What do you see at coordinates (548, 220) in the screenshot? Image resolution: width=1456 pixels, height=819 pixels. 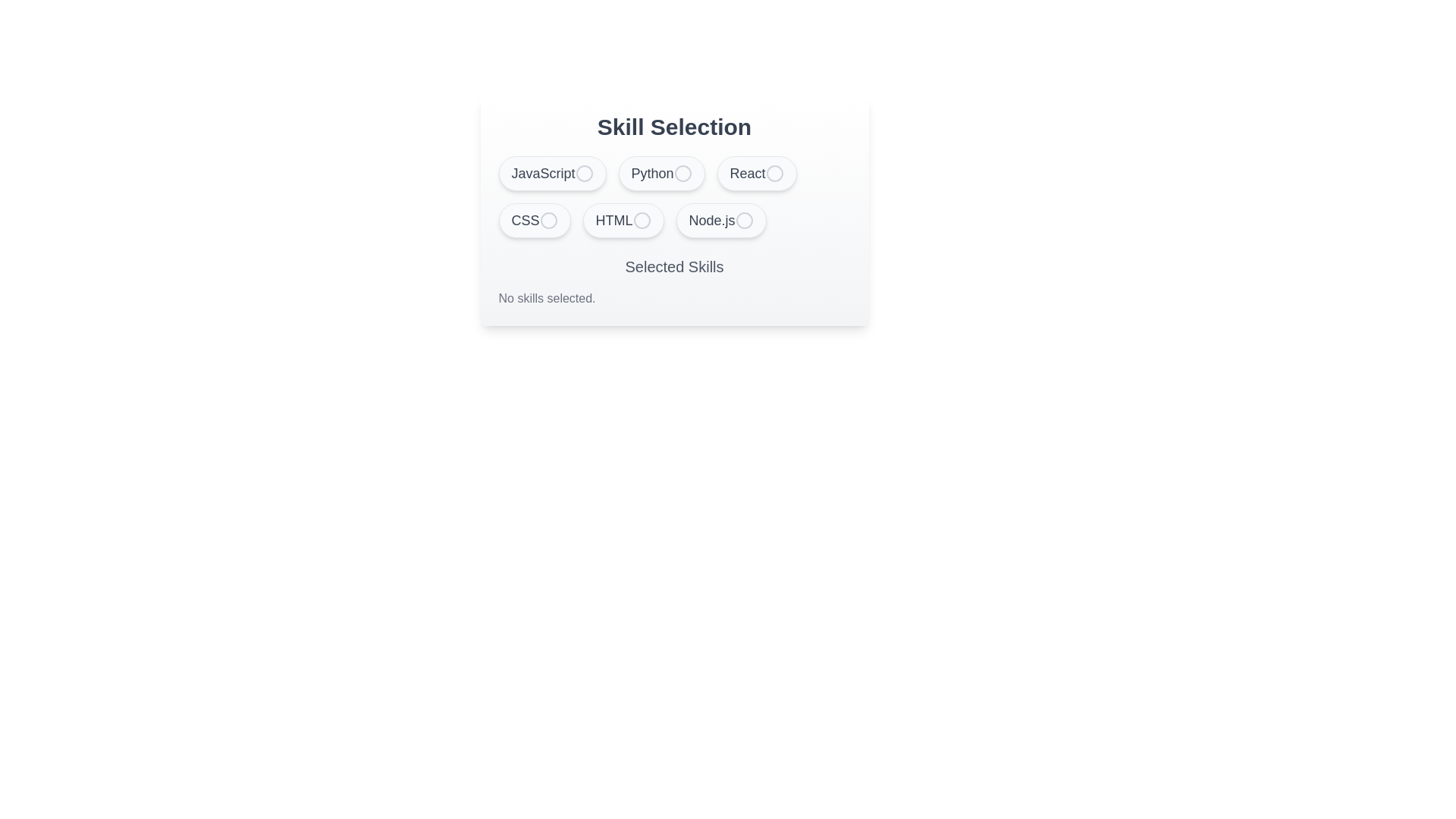 I see `the radio button located to the right of the 'CSS' text` at bounding box center [548, 220].